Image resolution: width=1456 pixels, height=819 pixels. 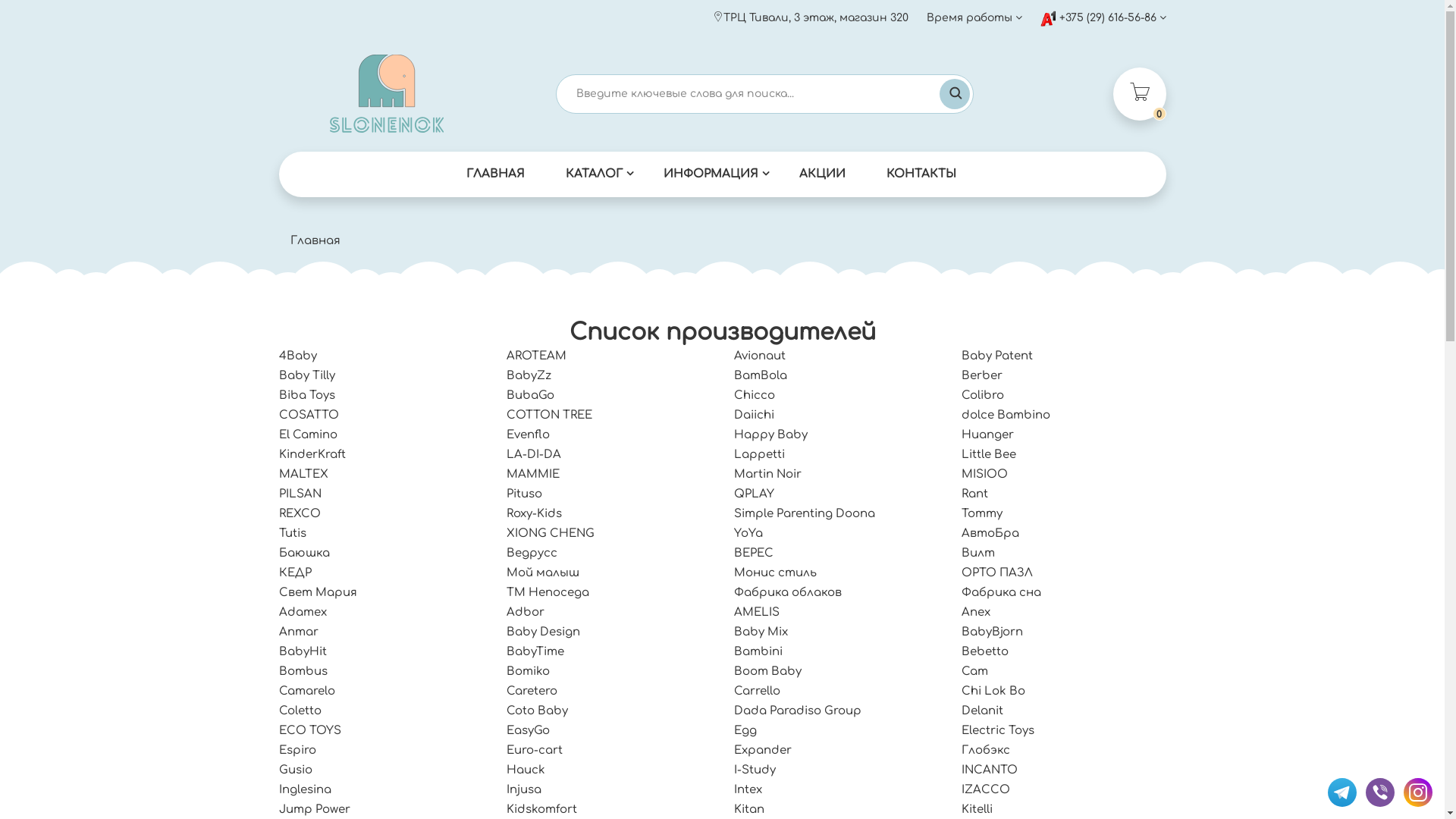 What do you see at coordinates (506, 494) in the screenshot?
I see `'Pituso'` at bounding box center [506, 494].